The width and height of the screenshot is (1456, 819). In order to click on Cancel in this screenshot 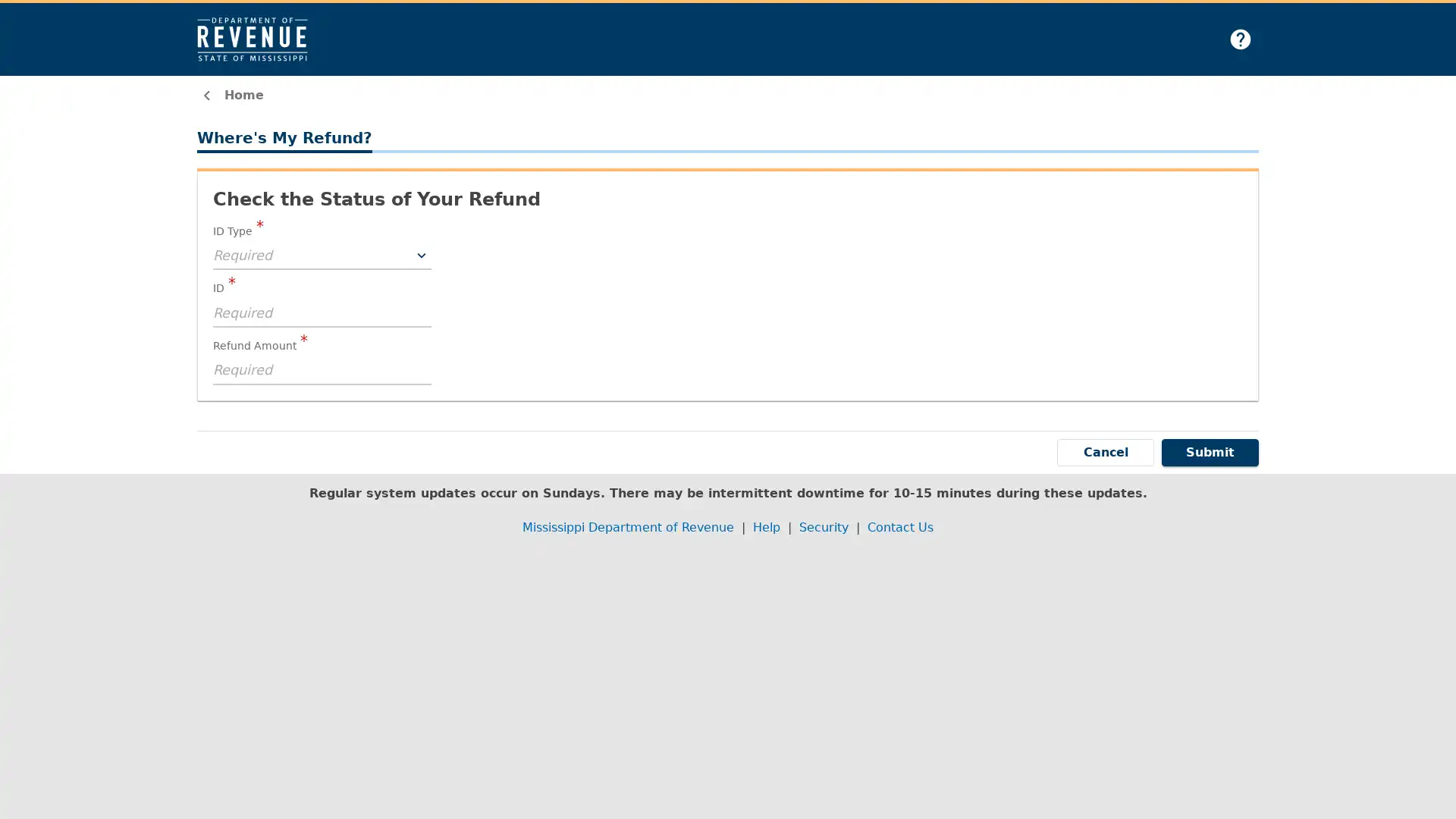, I will do `click(1106, 451)`.